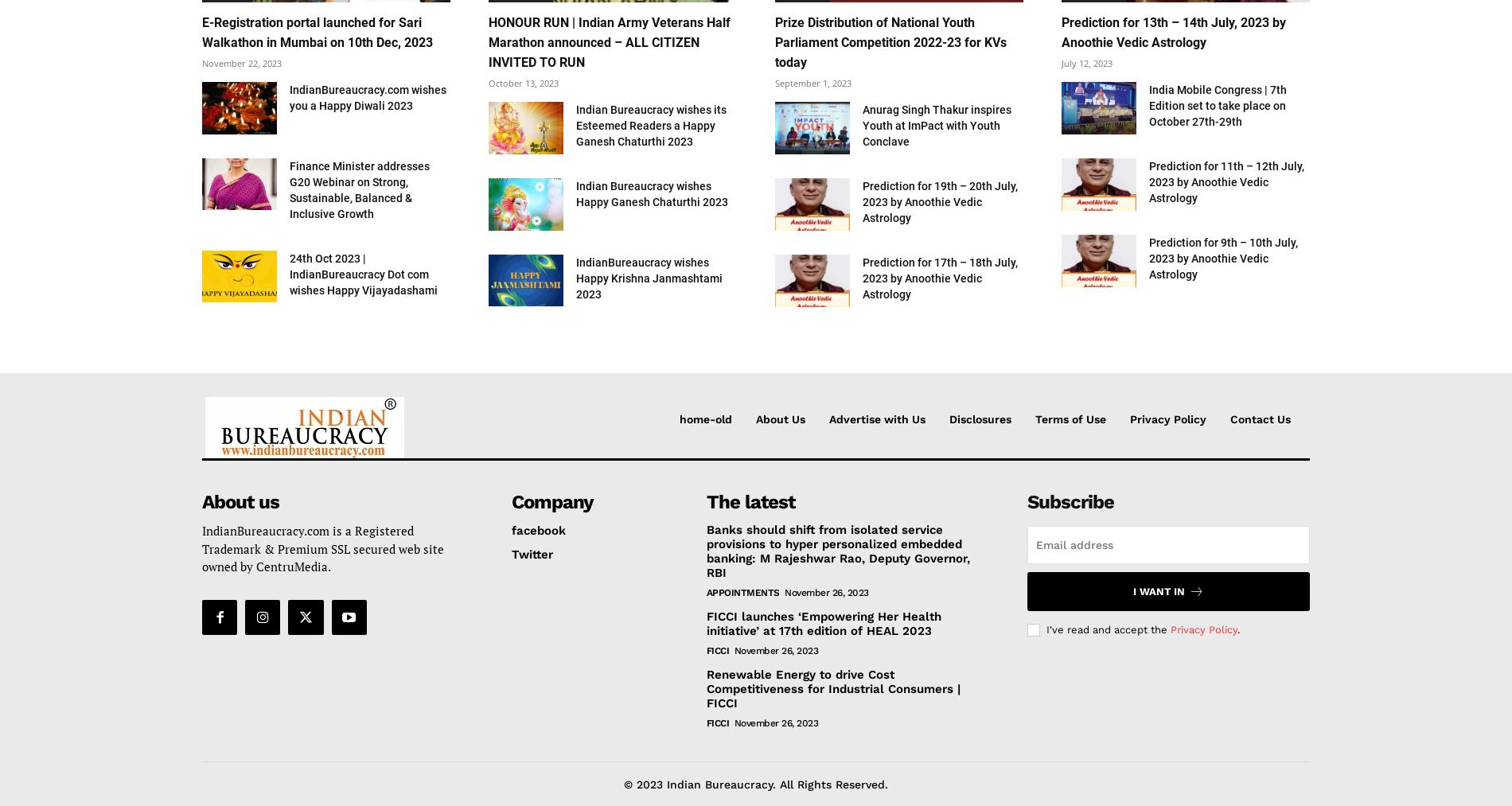  What do you see at coordinates (823, 623) in the screenshot?
I see `'FICCI launches ‘Empowering Her Health initiative’ at 17th edition of HEAL 2023'` at bounding box center [823, 623].